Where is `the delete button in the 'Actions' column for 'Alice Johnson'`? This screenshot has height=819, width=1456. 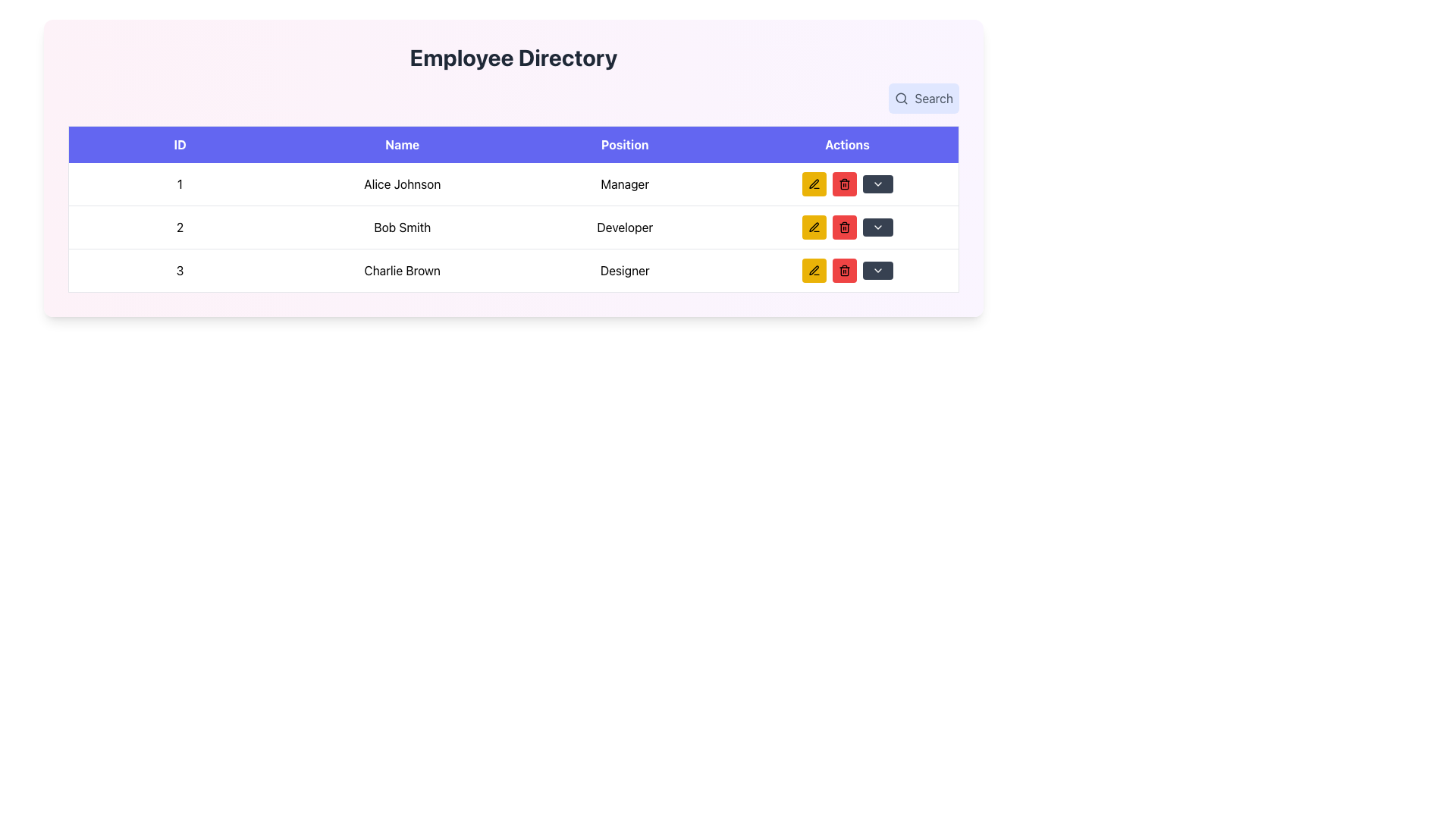
the delete button in the 'Actions' column for 'Alice Johnson' is located at coordinates (843, 184).